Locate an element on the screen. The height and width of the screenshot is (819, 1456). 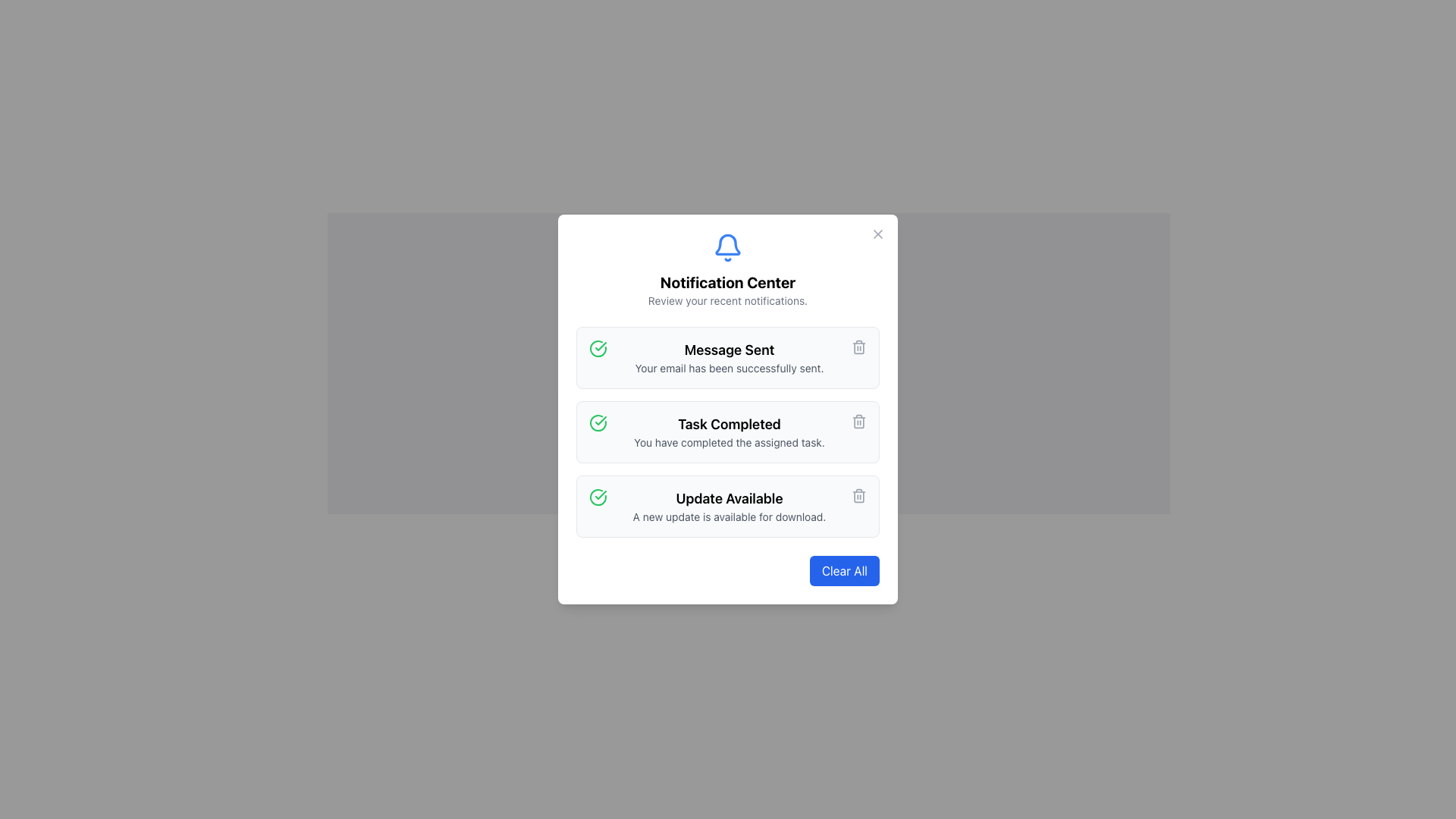
the green checkmark icon within a circular border, located to the left of the 'Message Sent' notification, vertically aligned with the text is located at coordinates (597, 348).